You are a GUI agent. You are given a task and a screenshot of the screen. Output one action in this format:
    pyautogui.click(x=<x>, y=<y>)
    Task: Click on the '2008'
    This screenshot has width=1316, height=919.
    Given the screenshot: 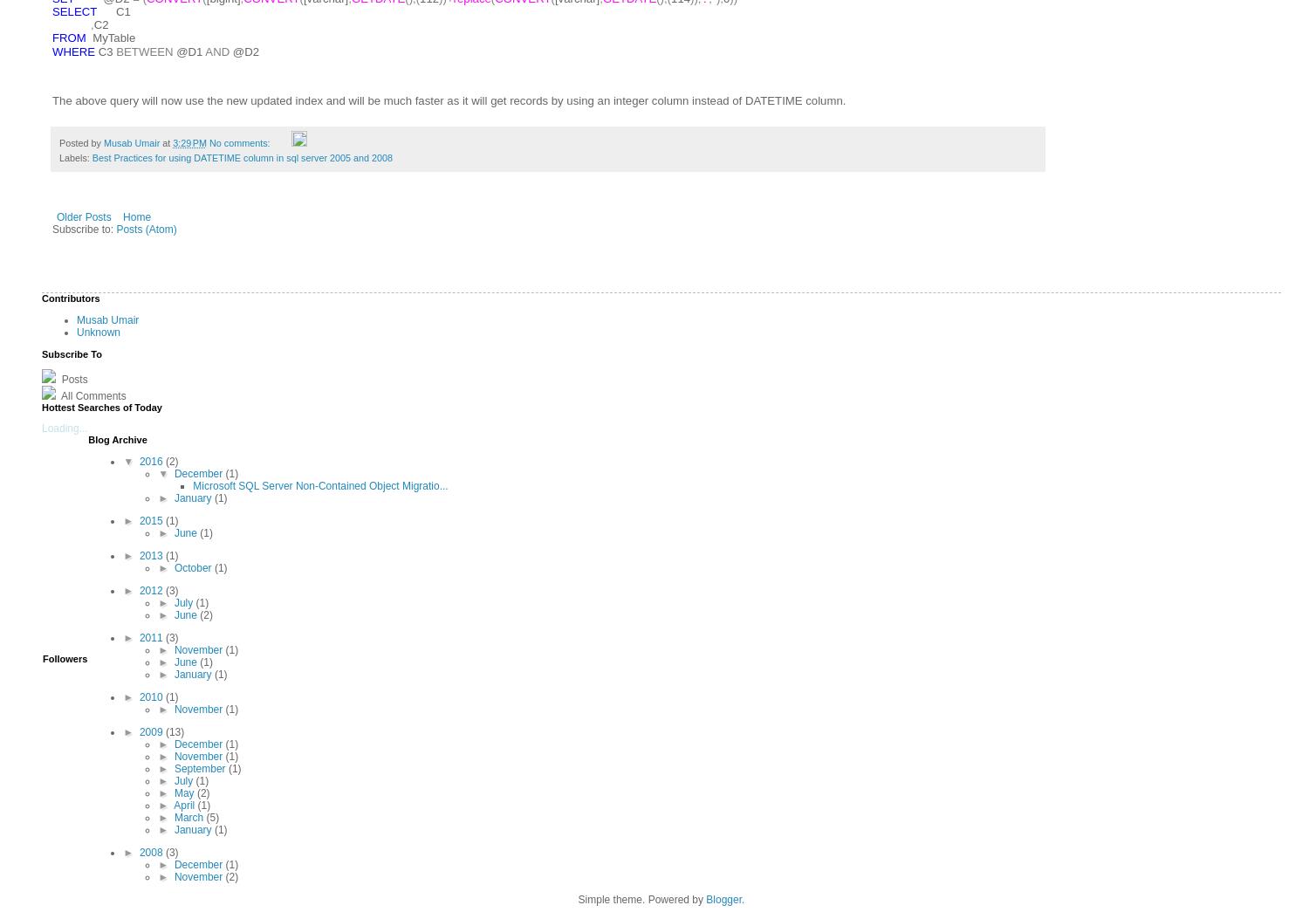 What is the action you would take?
    pyautogui.click(x=152, y=852)
    